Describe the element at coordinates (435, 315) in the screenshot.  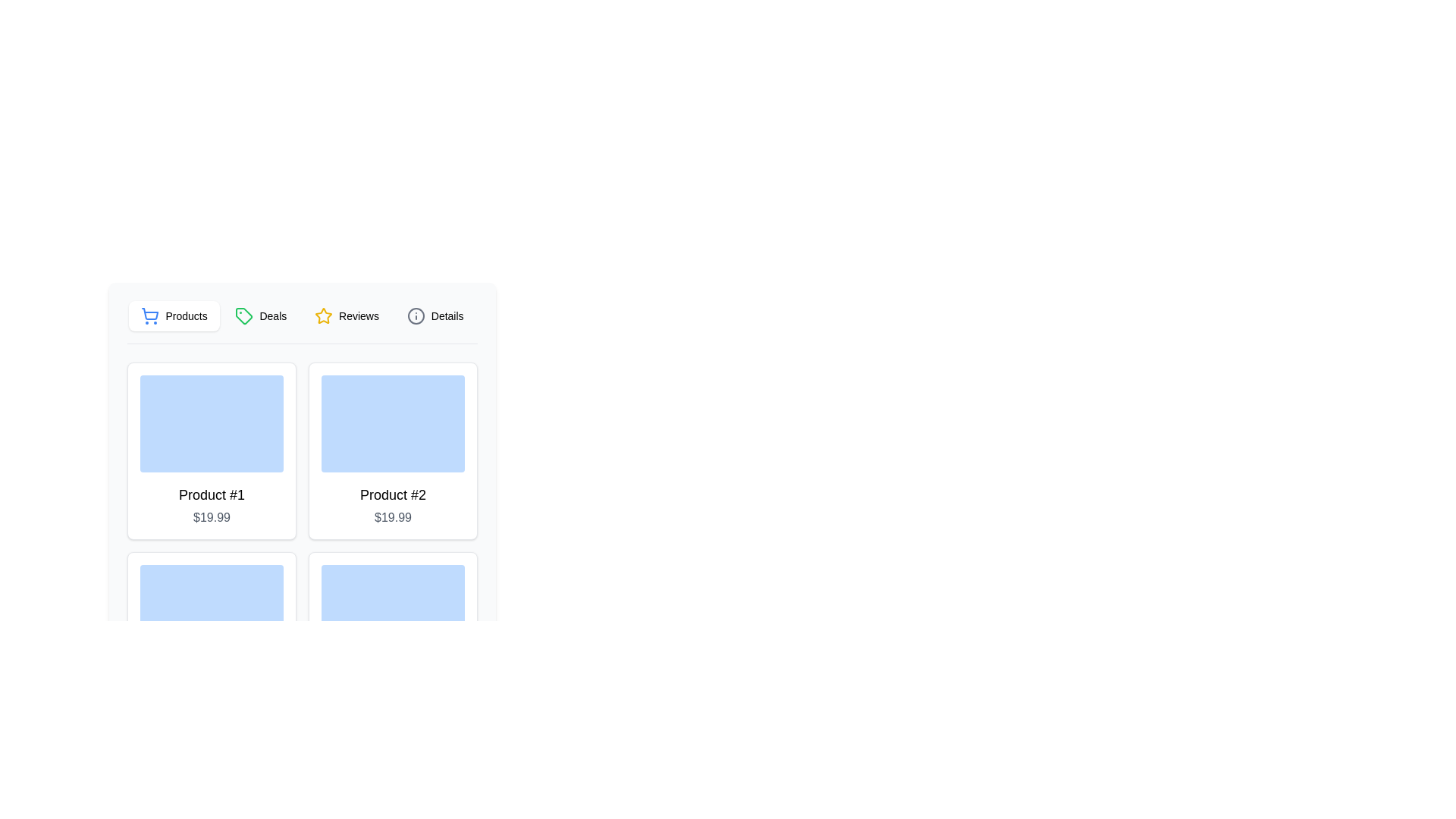
I see `the 'Details' button, which is the fourth button in a row of sibling buttons` at that location.